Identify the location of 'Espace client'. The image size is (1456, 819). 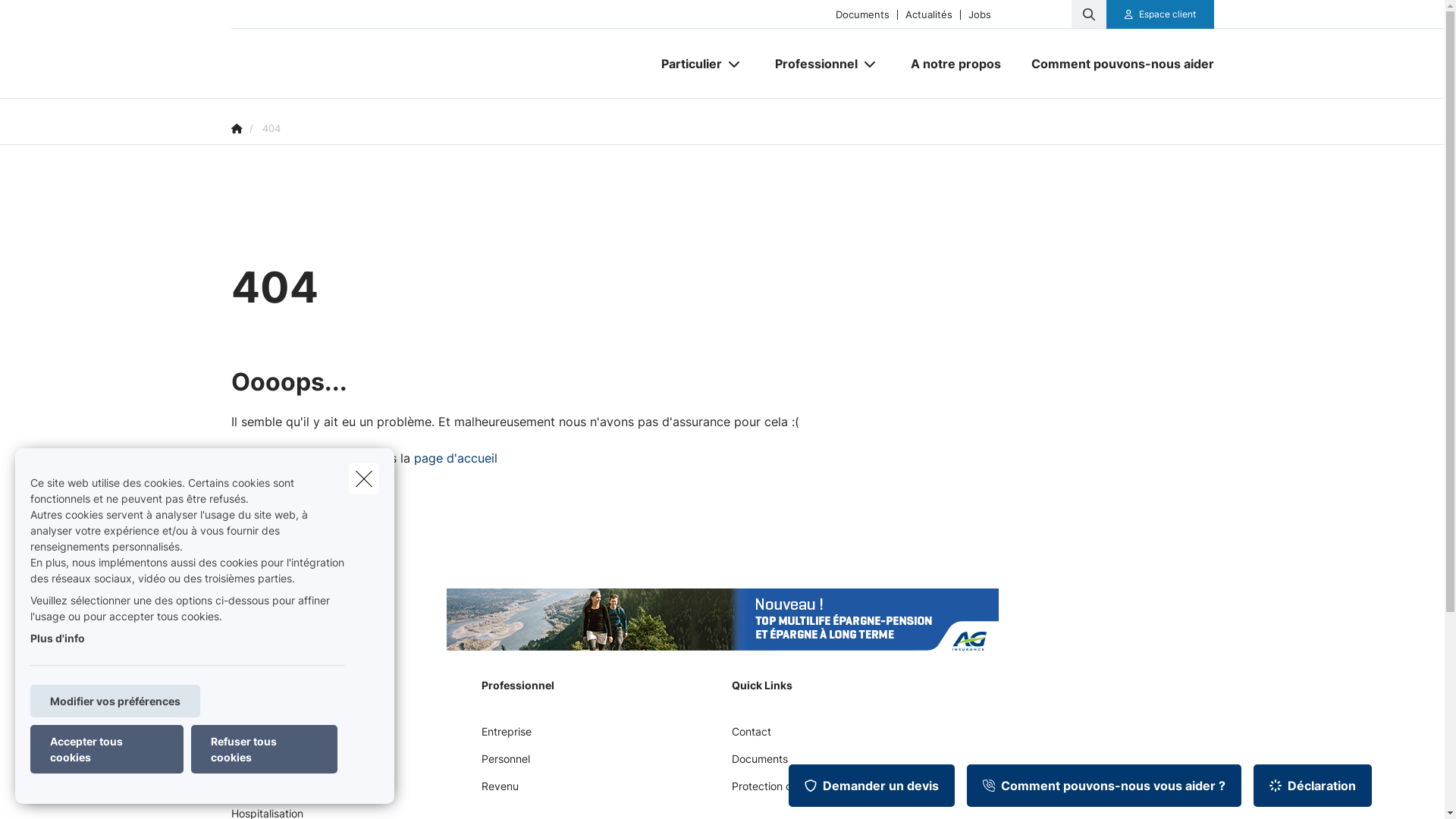
(1166, 14).